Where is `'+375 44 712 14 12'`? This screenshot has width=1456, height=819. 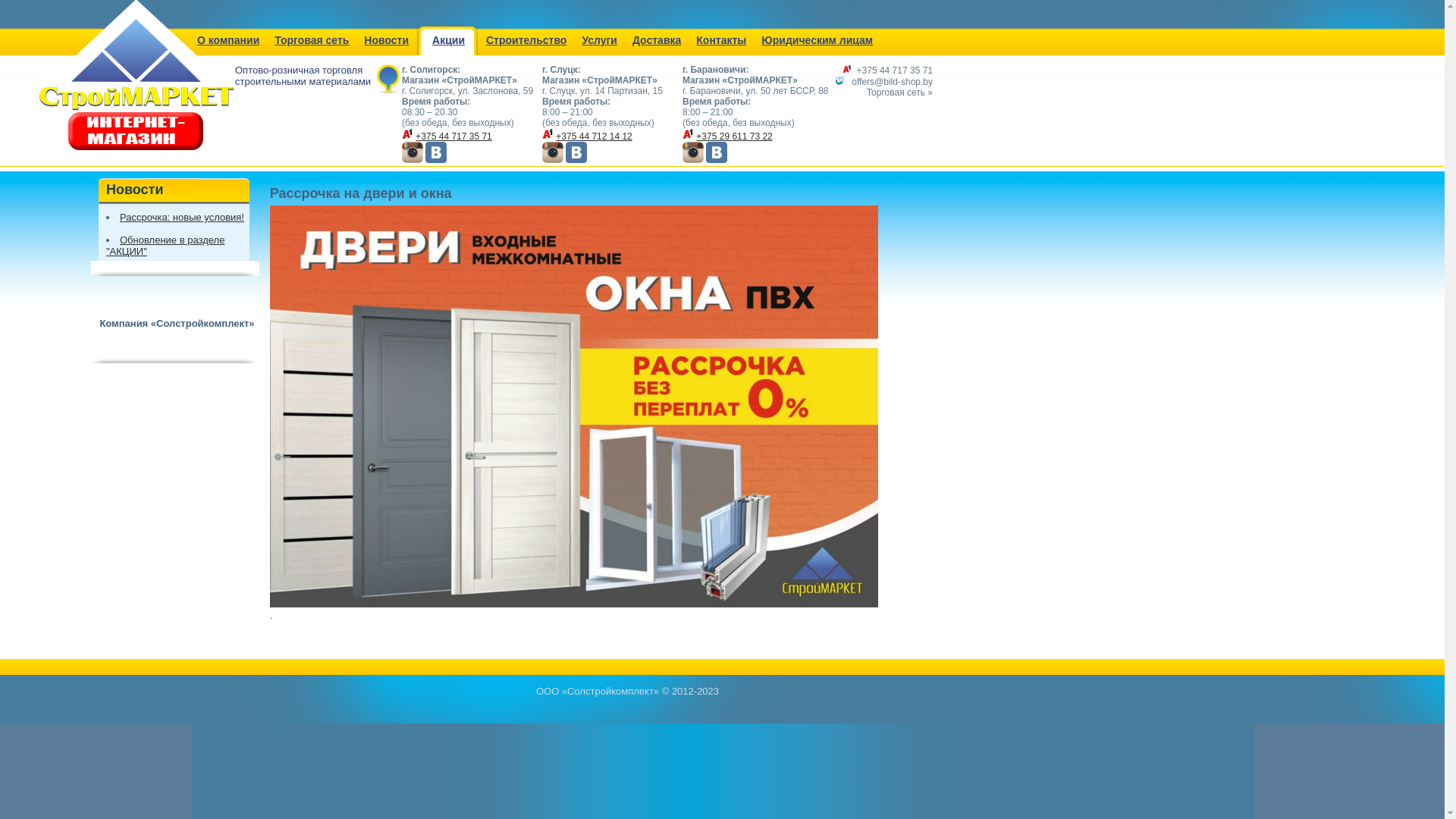 '+375 44 712 14 12' is located at coordinates (592, 136).